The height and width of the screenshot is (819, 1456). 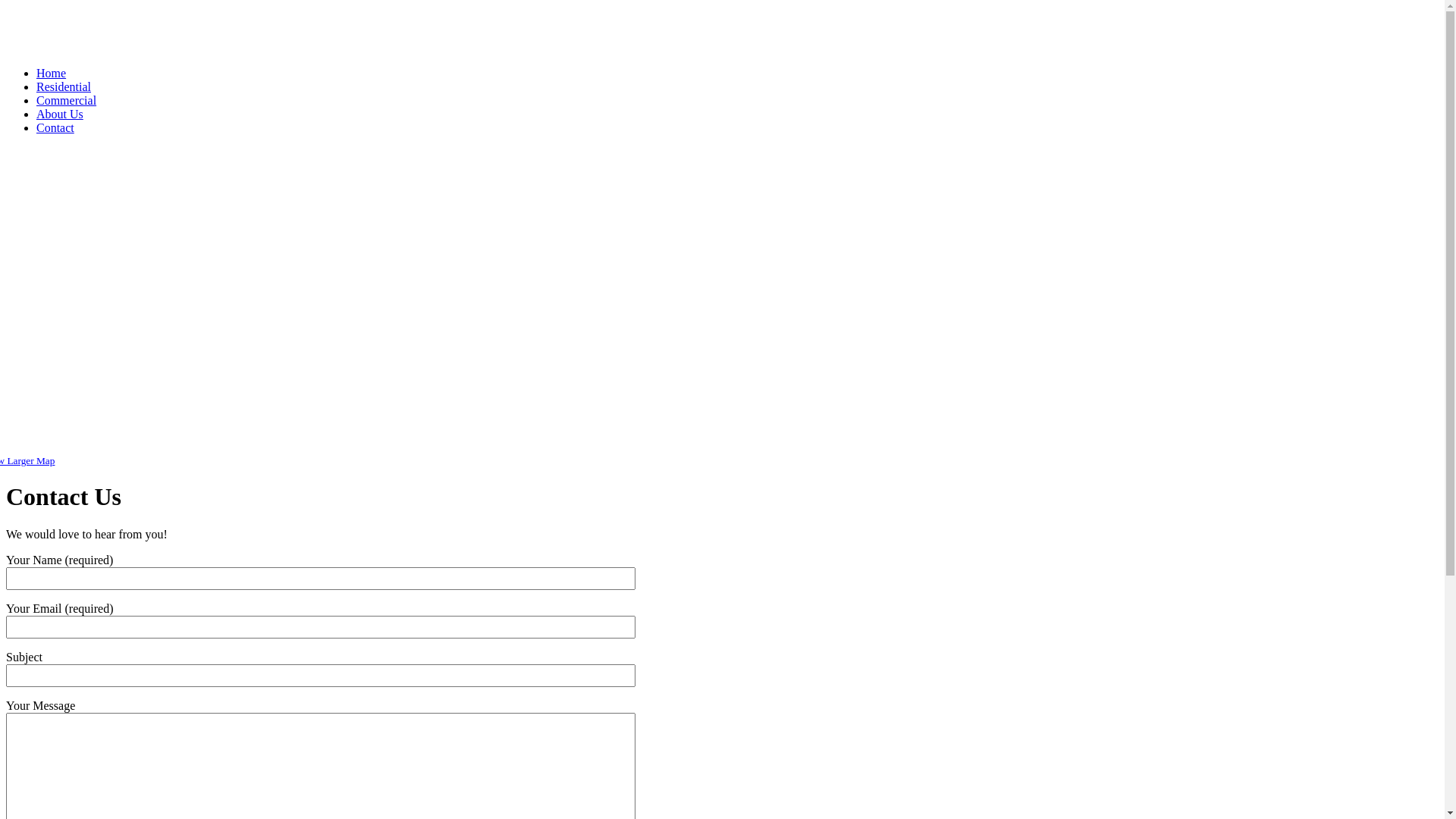 I want to click on 'Home', so click(x=51, y=73).